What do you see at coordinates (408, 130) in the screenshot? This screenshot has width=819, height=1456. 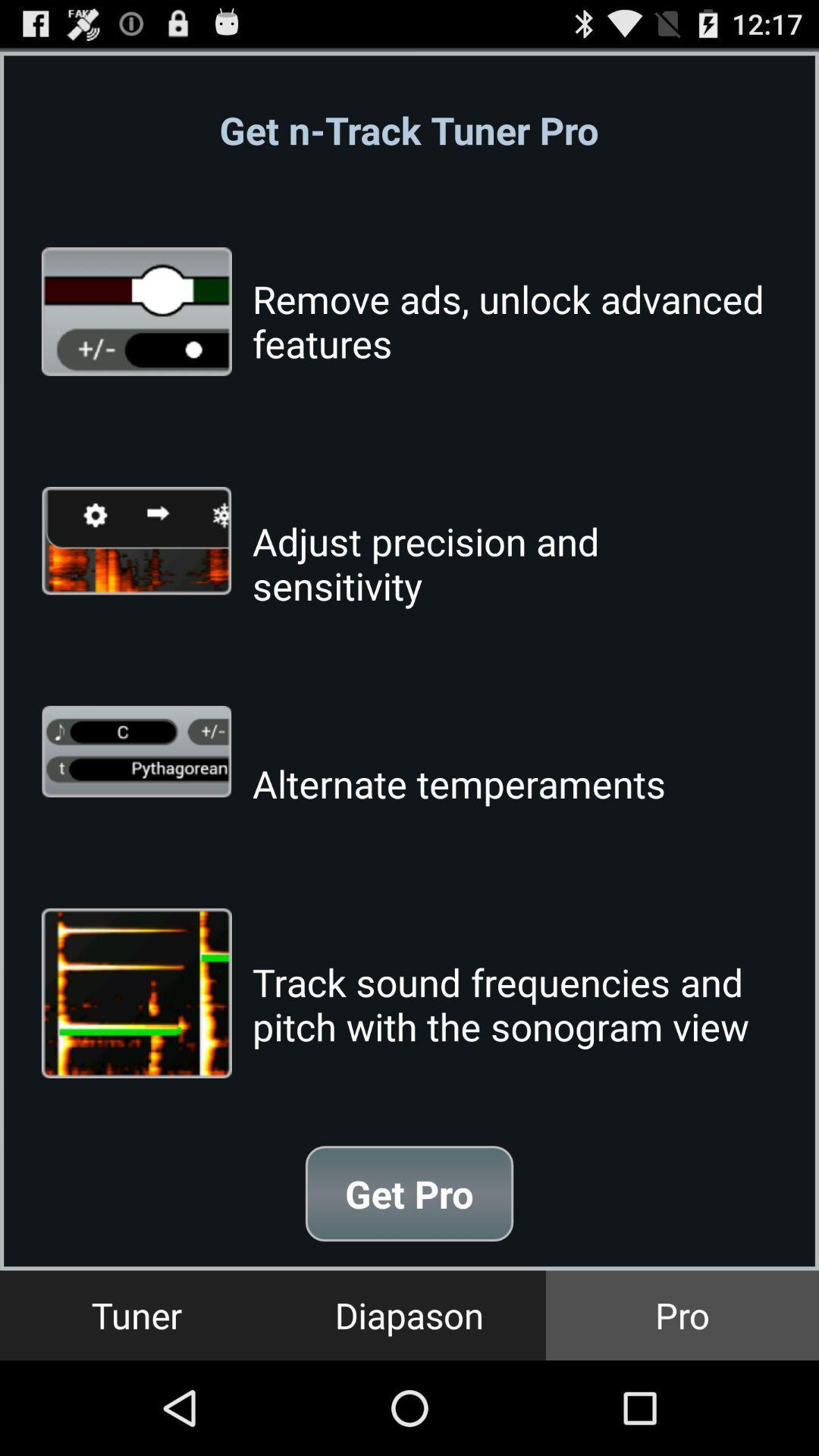 I see `get n track button` at bounding box center [408, 130].